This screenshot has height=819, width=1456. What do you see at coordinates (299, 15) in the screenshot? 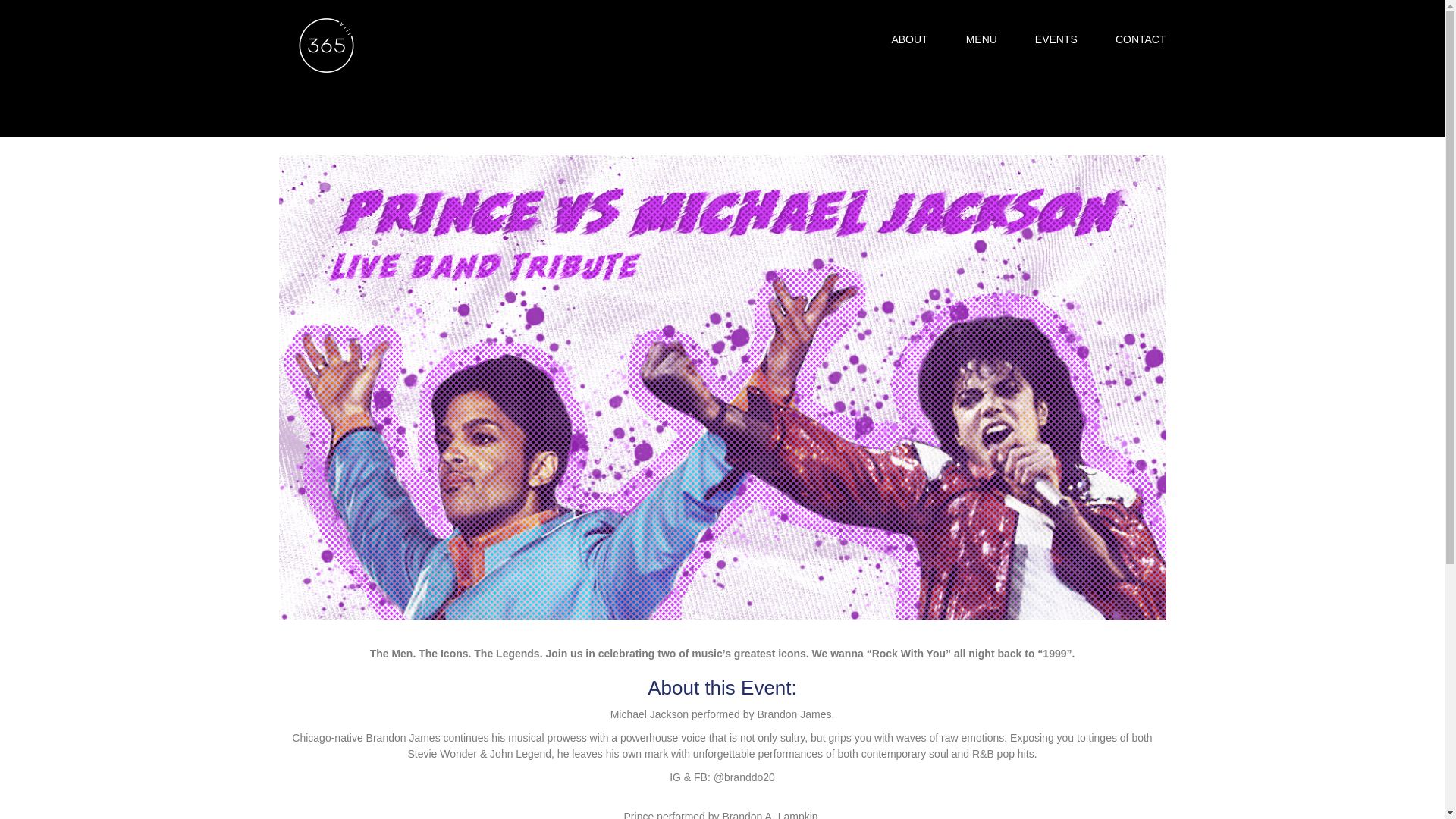
I see `'Home'` at bounding box center [299, 15].